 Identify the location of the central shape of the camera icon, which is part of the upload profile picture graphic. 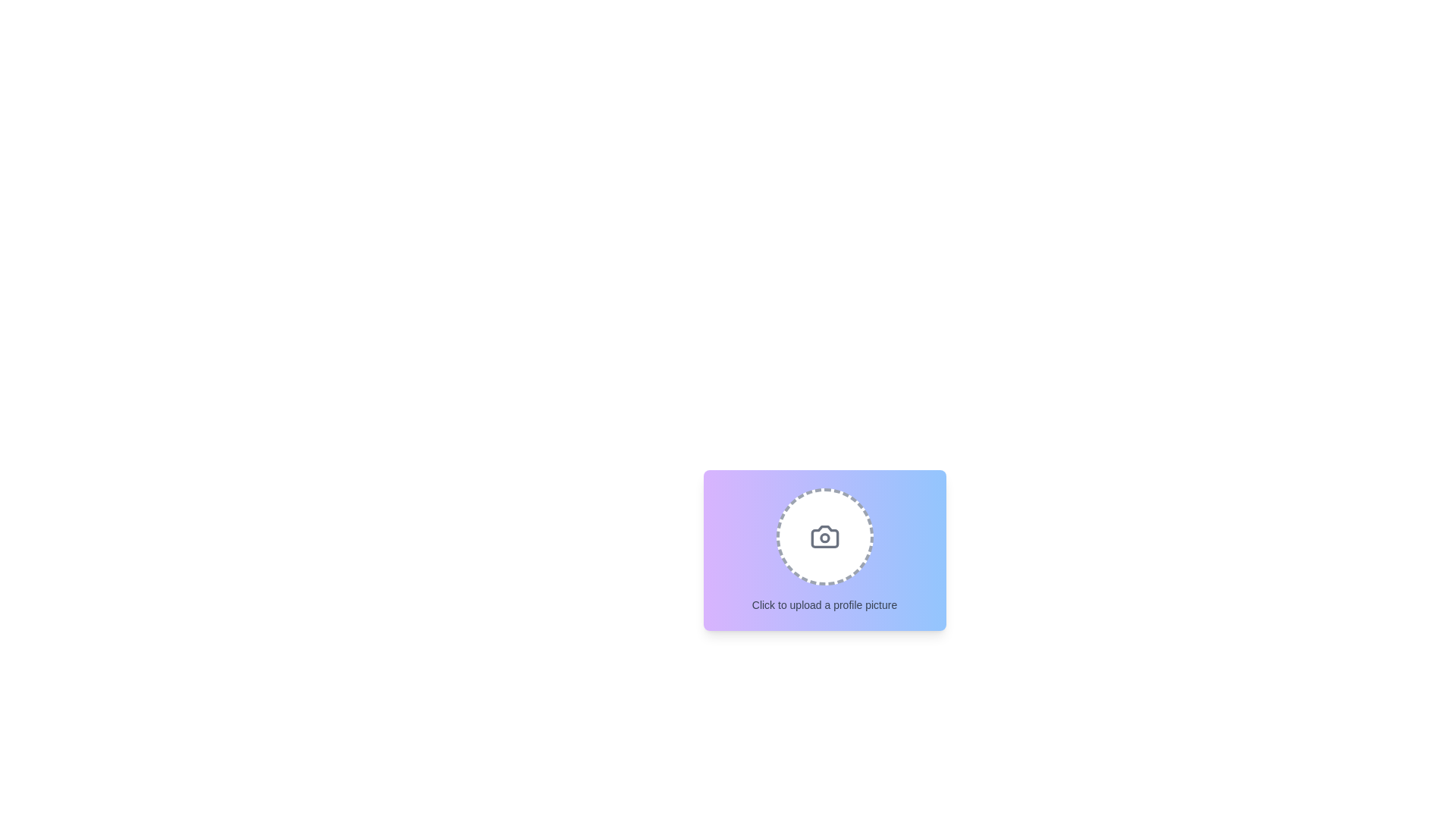
(824, 537).